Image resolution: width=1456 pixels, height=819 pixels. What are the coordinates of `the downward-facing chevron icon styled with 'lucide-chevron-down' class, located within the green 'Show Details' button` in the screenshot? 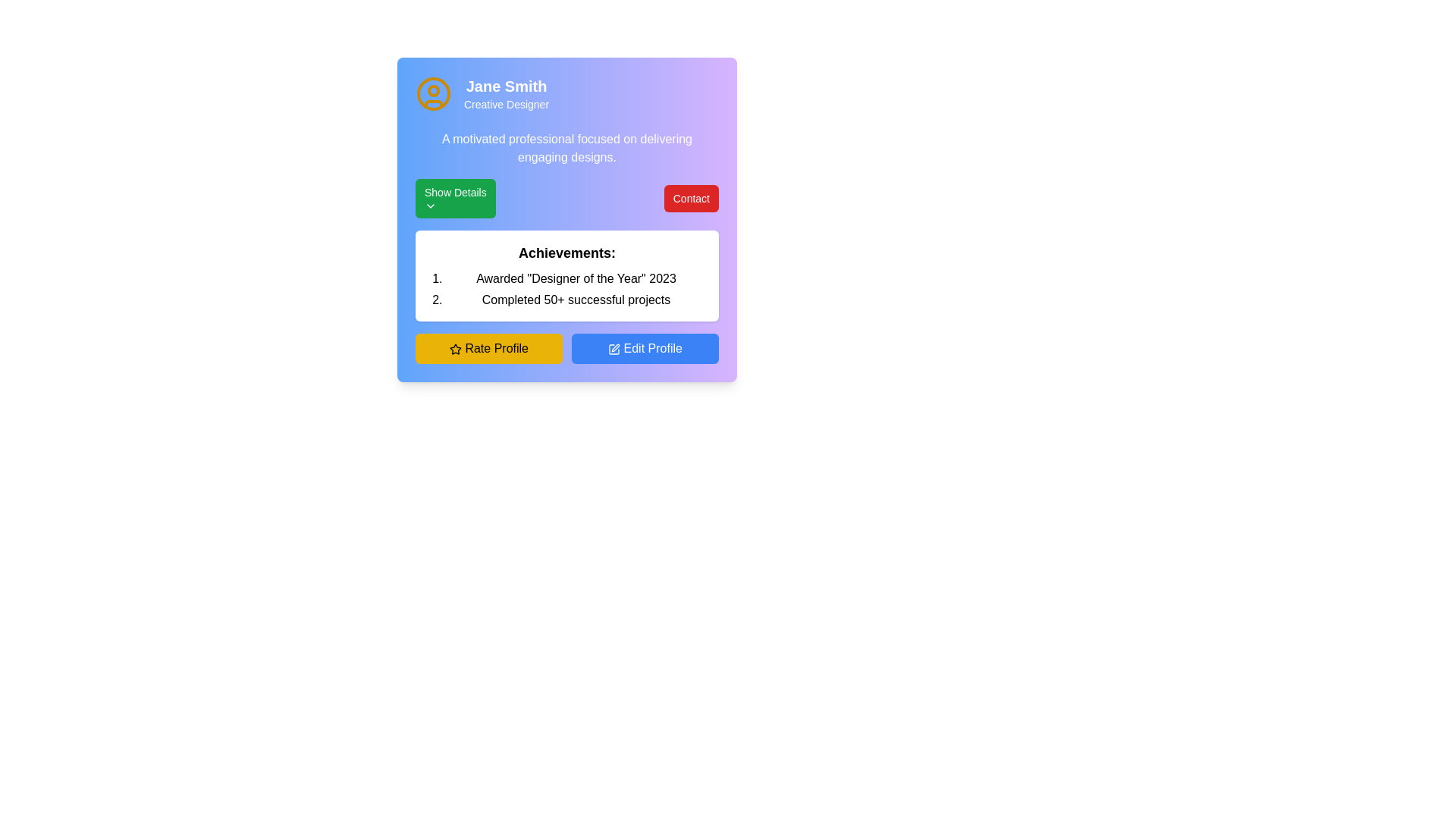 It's located at (429, 206).